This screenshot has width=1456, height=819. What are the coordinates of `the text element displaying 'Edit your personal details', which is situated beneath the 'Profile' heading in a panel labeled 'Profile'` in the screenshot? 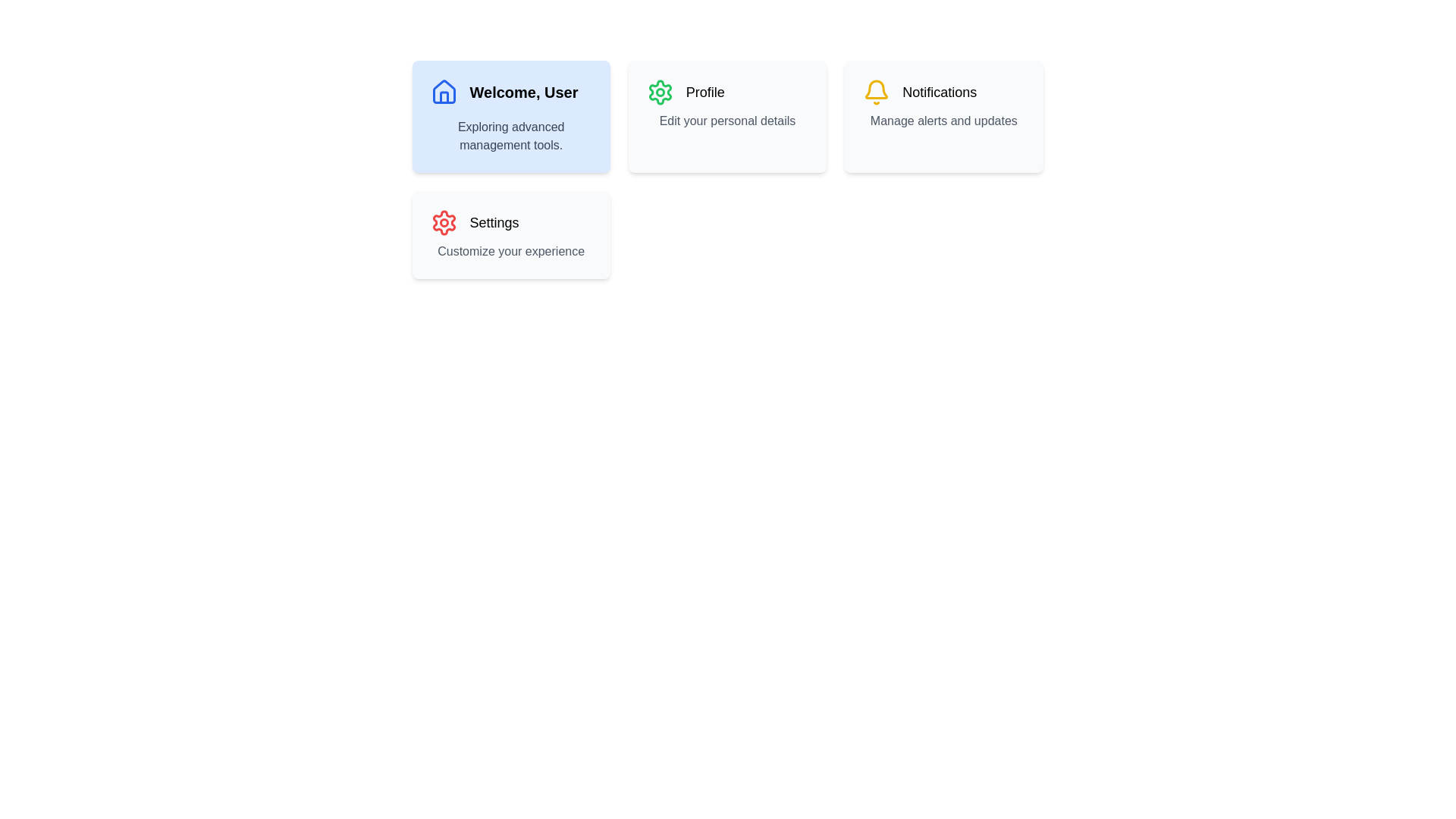 It's located at (726, 120).